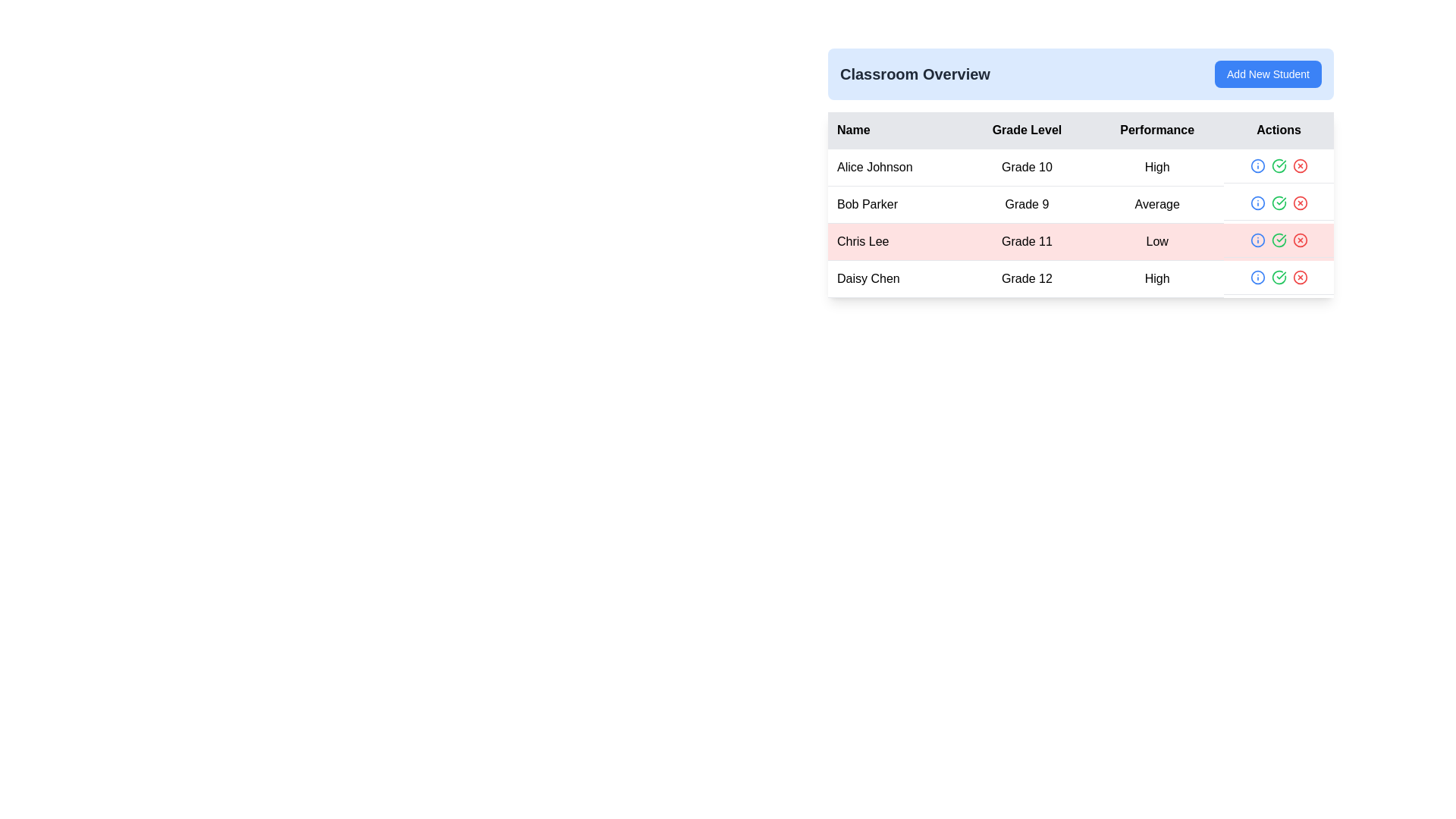  I want to click on the circular red stroke button with a cross inside, located in the 'Actions' column of the table aligned with the row labeled 'Chris Lee', to trigger a tooltip or visual change, so click(1299, 239).